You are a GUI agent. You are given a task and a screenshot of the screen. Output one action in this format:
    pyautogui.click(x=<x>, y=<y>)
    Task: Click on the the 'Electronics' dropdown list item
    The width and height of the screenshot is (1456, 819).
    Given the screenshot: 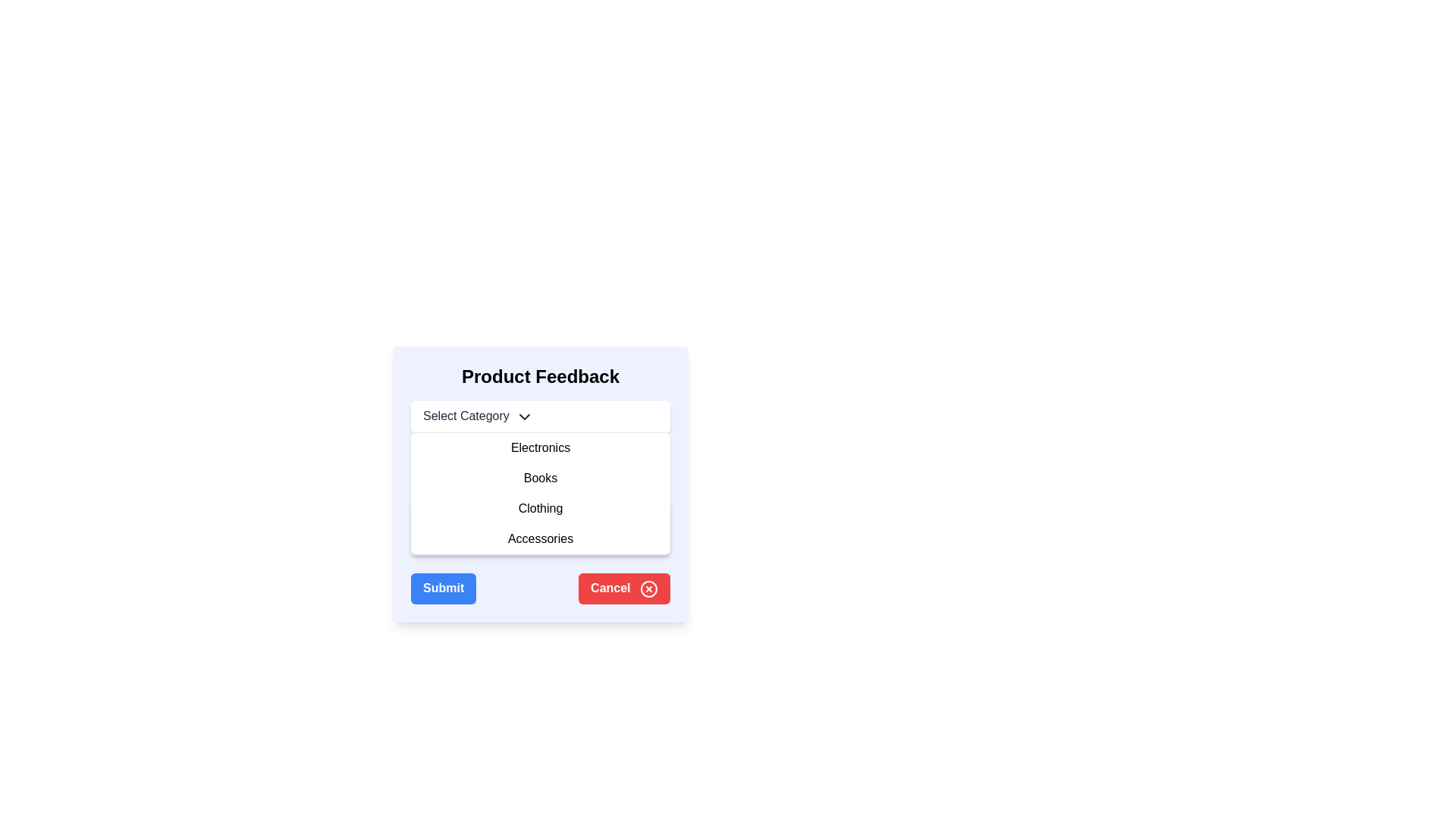 What is the action you would take?
    pyautogui.click(x=541, y=447)
    